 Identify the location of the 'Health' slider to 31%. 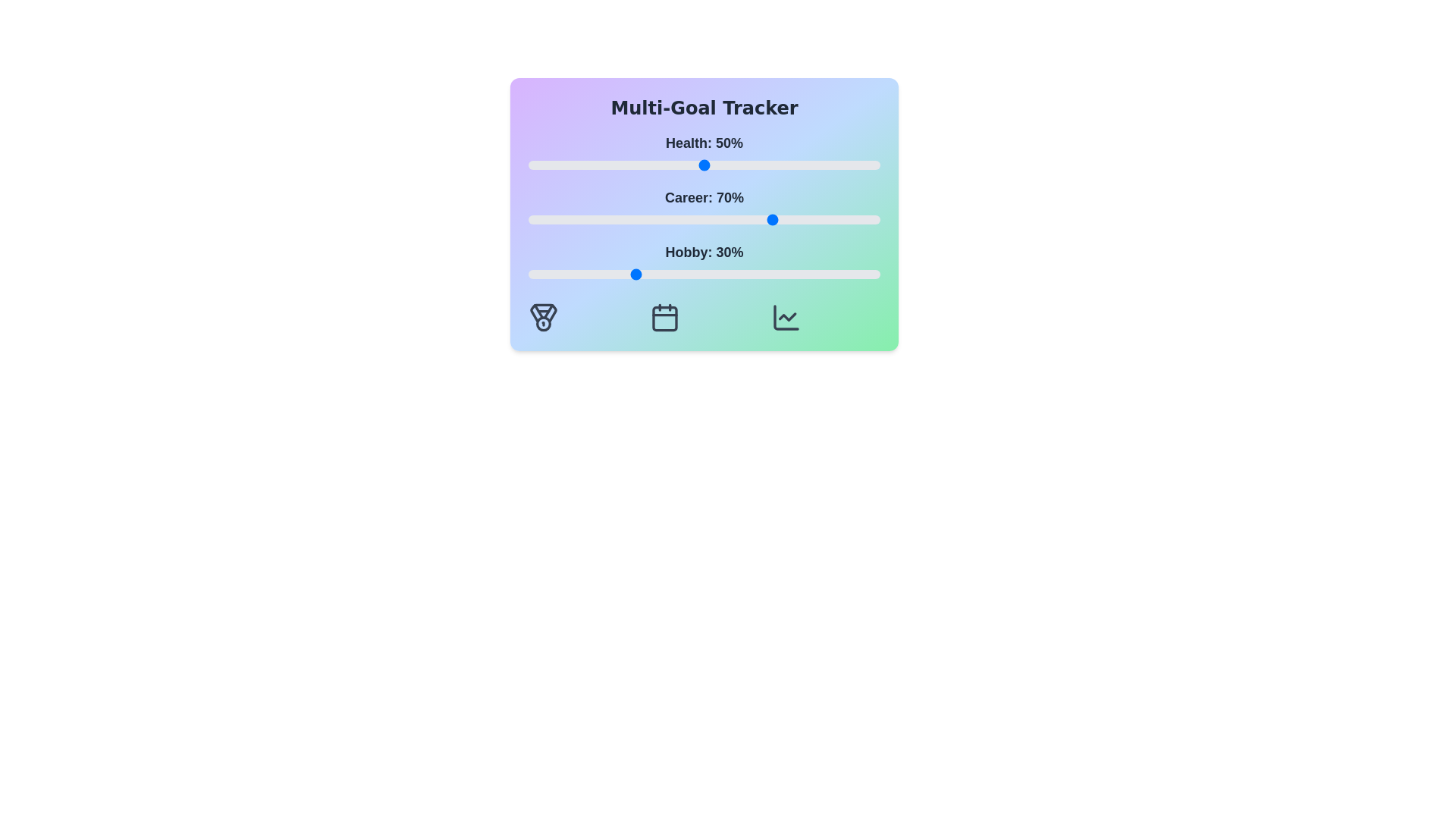
(637, 165).